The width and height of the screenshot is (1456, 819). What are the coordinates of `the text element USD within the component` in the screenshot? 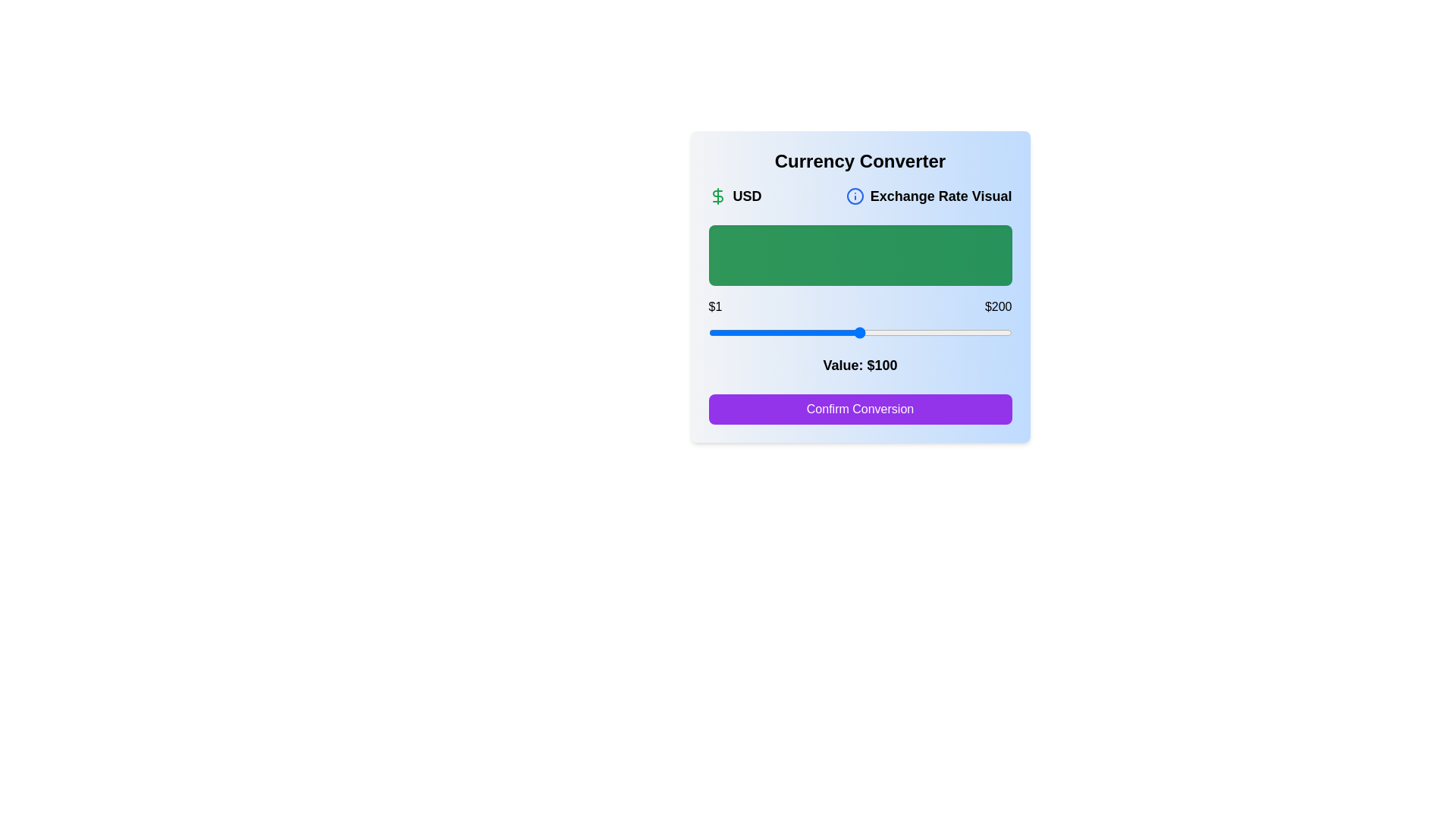 It's located at (735, 195).